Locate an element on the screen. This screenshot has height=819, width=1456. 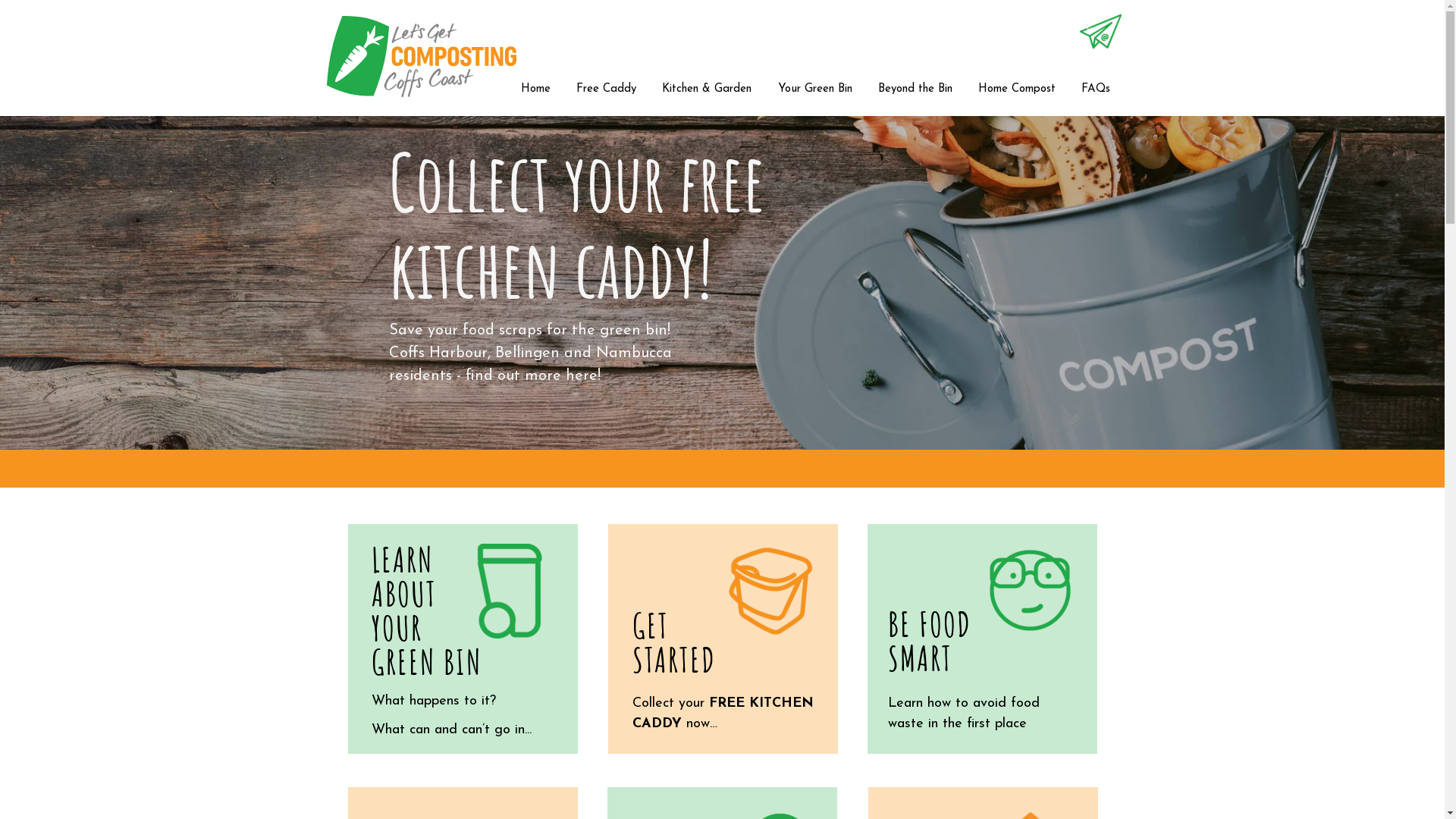
'Kitchen & Garden' is located at coordinates (654, 89).